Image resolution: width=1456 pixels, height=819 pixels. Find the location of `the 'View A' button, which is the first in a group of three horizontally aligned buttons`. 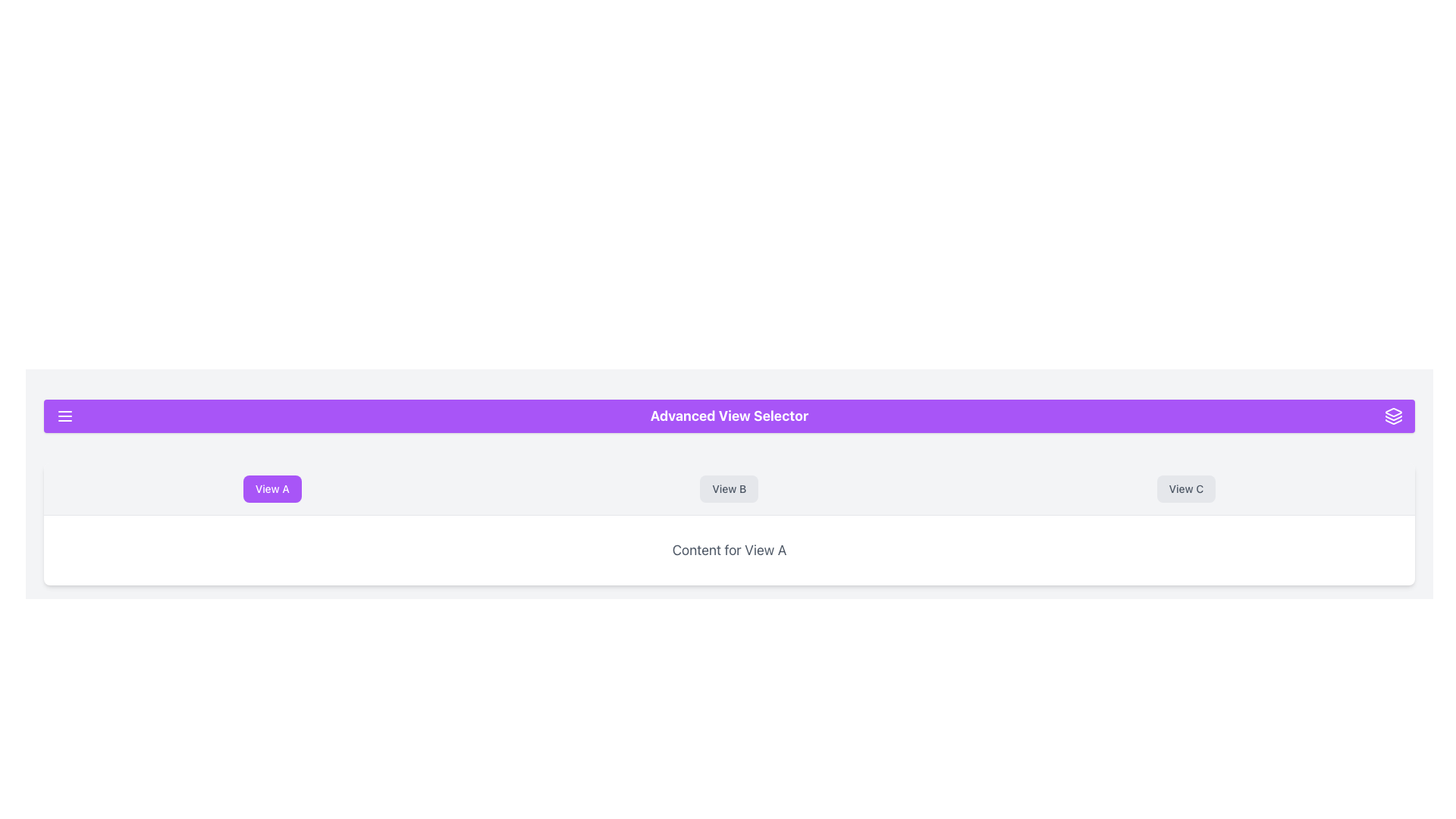

the 'View A' button, which is the first in a group of three horizontally aligned buttons is located at coordinates (272, 488).